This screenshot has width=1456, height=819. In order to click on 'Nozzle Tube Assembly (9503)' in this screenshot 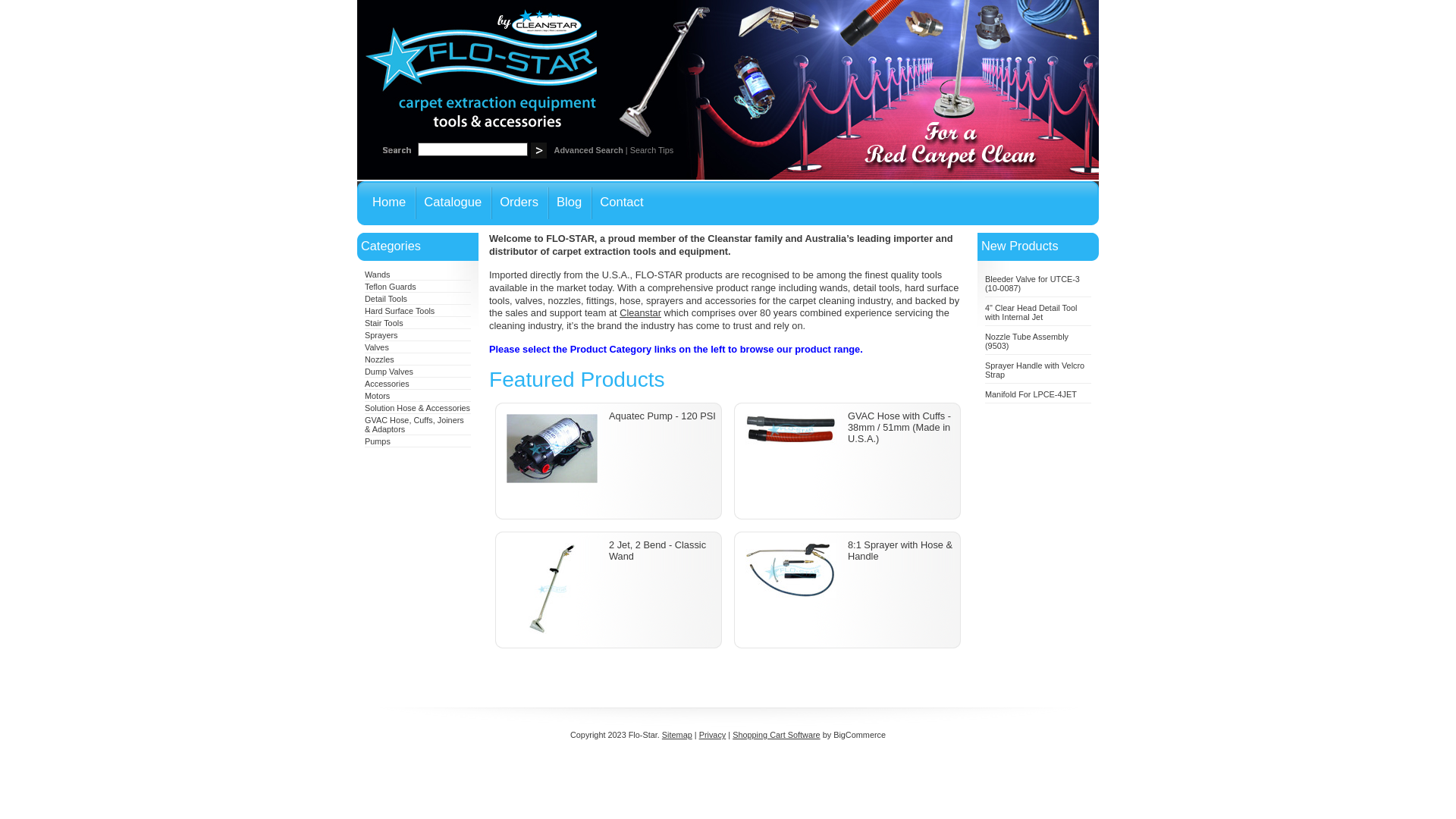, I will do `click(1026, 341)`.